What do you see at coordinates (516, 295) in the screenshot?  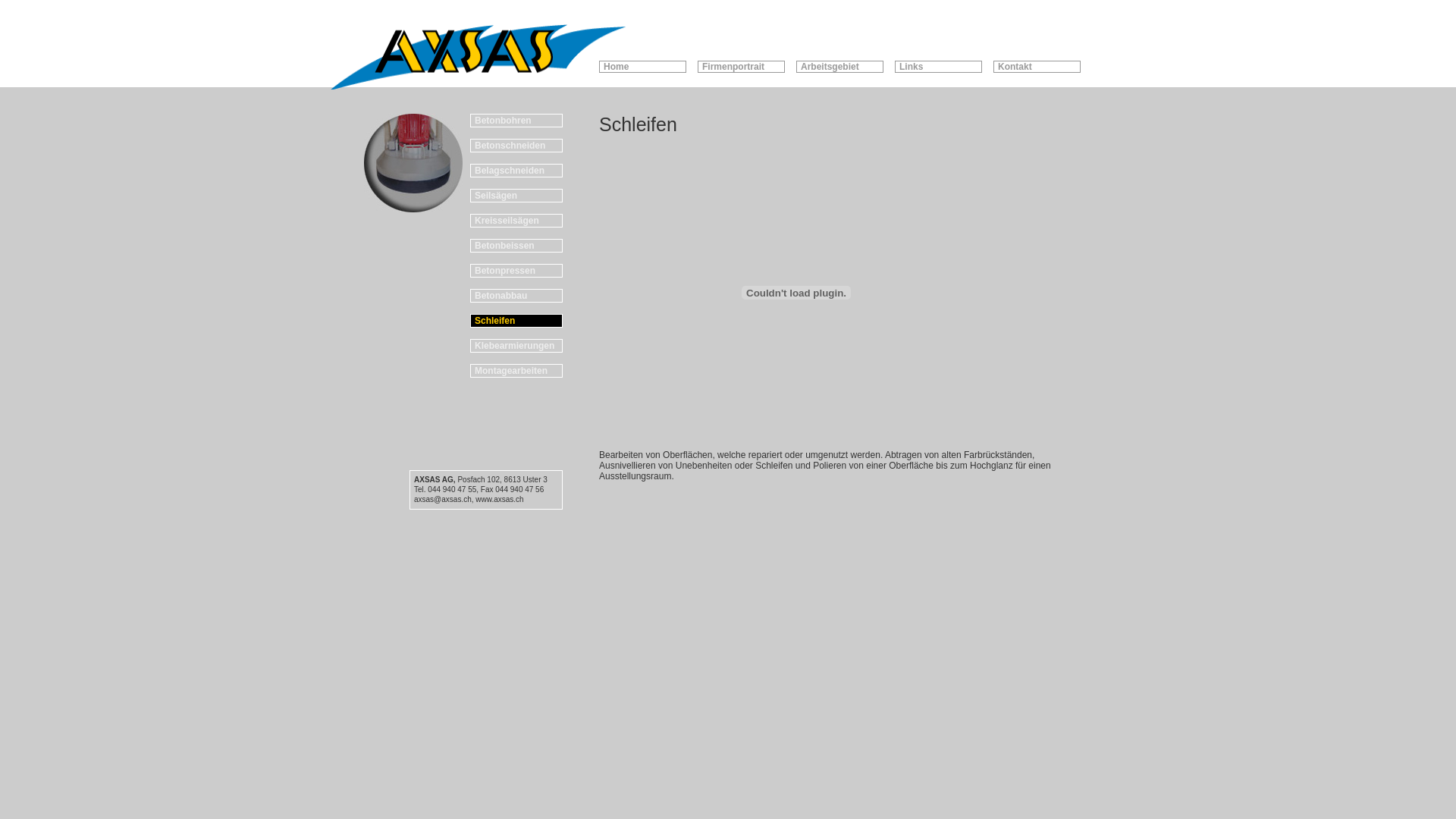 I see `'Betonabbau'` at bounding box center [516, 295].